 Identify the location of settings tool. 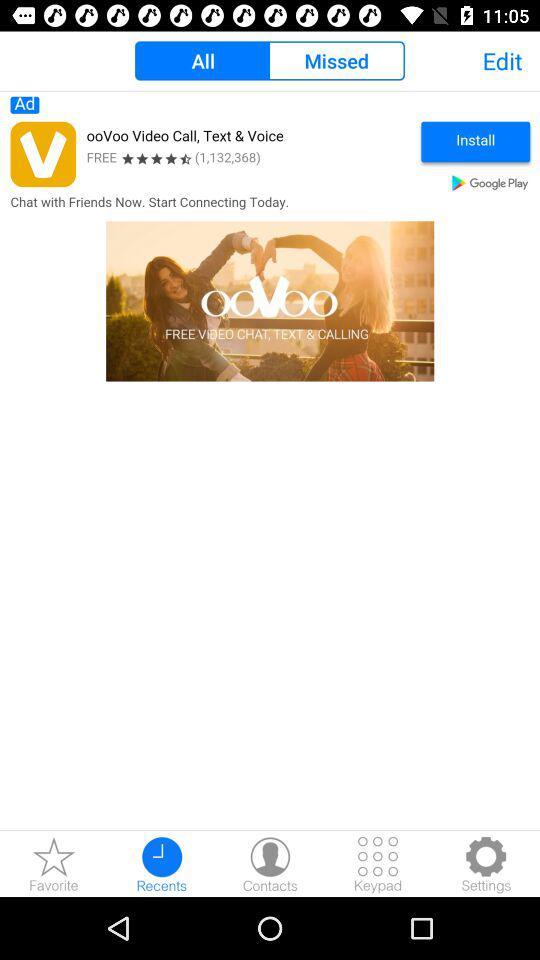
(485, 863).